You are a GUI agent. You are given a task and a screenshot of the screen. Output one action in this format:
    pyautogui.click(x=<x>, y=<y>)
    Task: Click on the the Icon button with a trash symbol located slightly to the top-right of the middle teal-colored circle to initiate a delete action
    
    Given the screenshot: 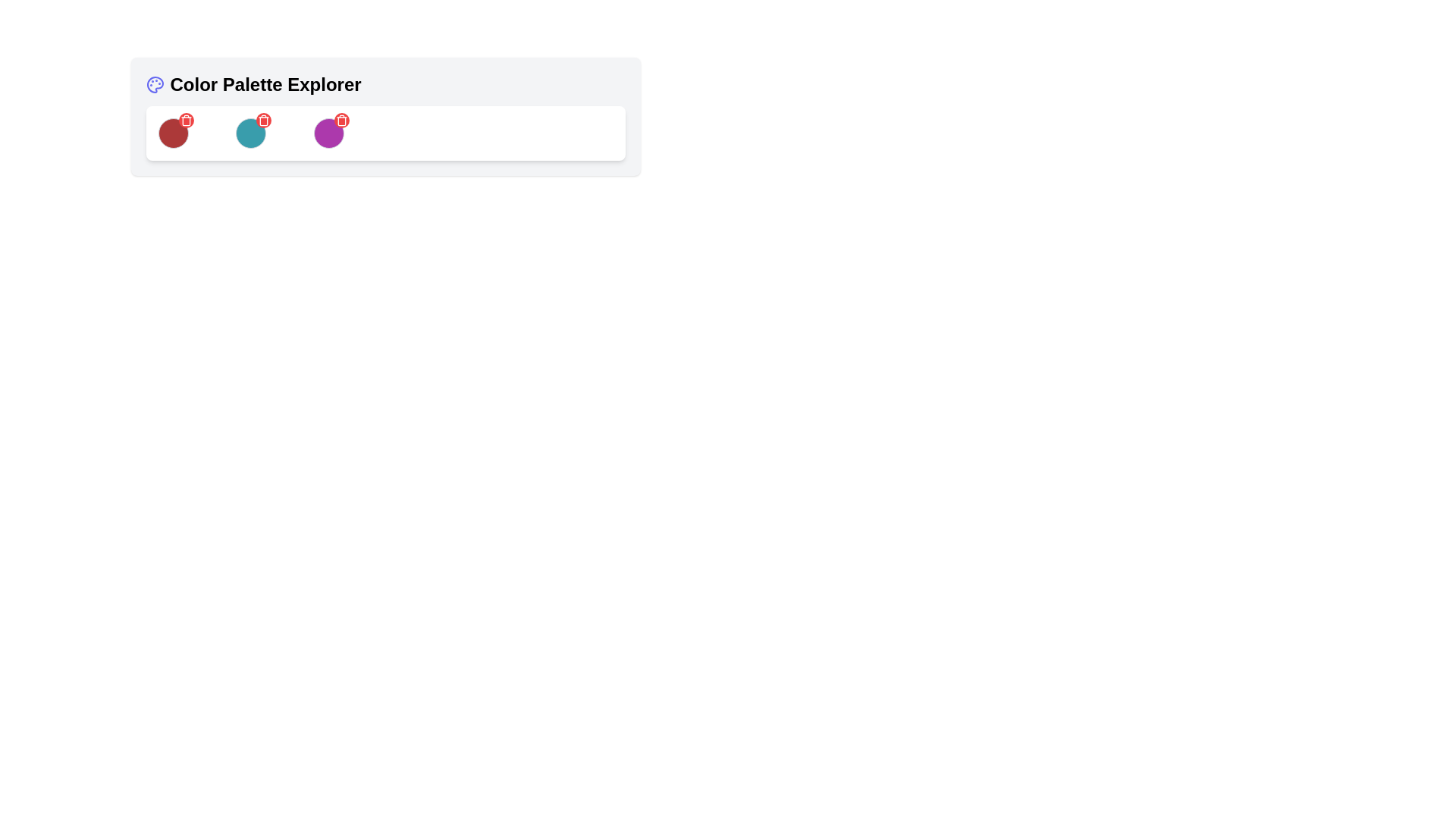 What is the action you would take?
    pyautogui.click(x=264, y=119)
    